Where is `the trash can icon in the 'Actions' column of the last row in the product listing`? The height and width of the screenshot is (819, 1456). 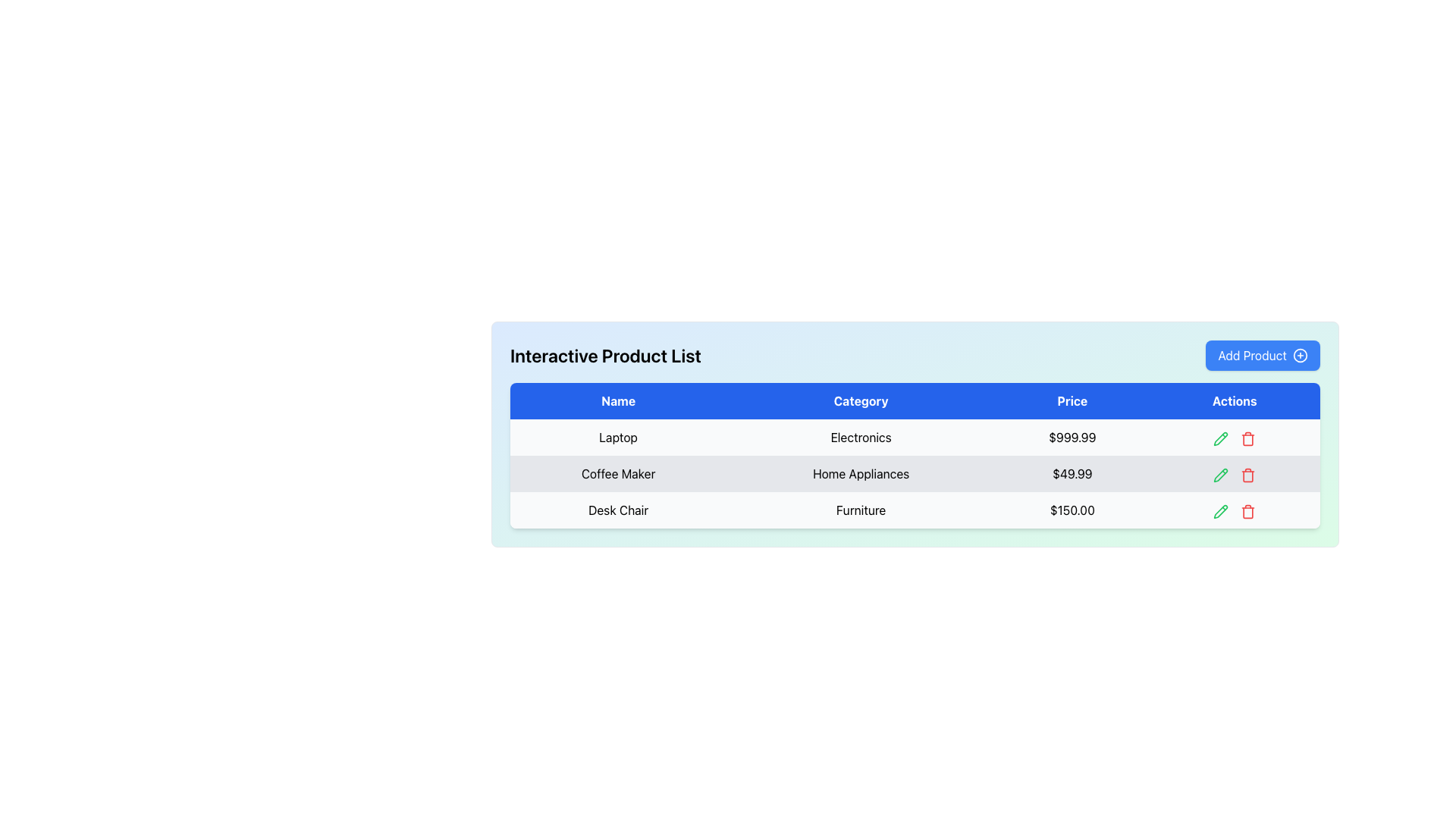
the trash can icon in the 'Actions' column of the last row in the product listing is located at coordinates (1248, 510).